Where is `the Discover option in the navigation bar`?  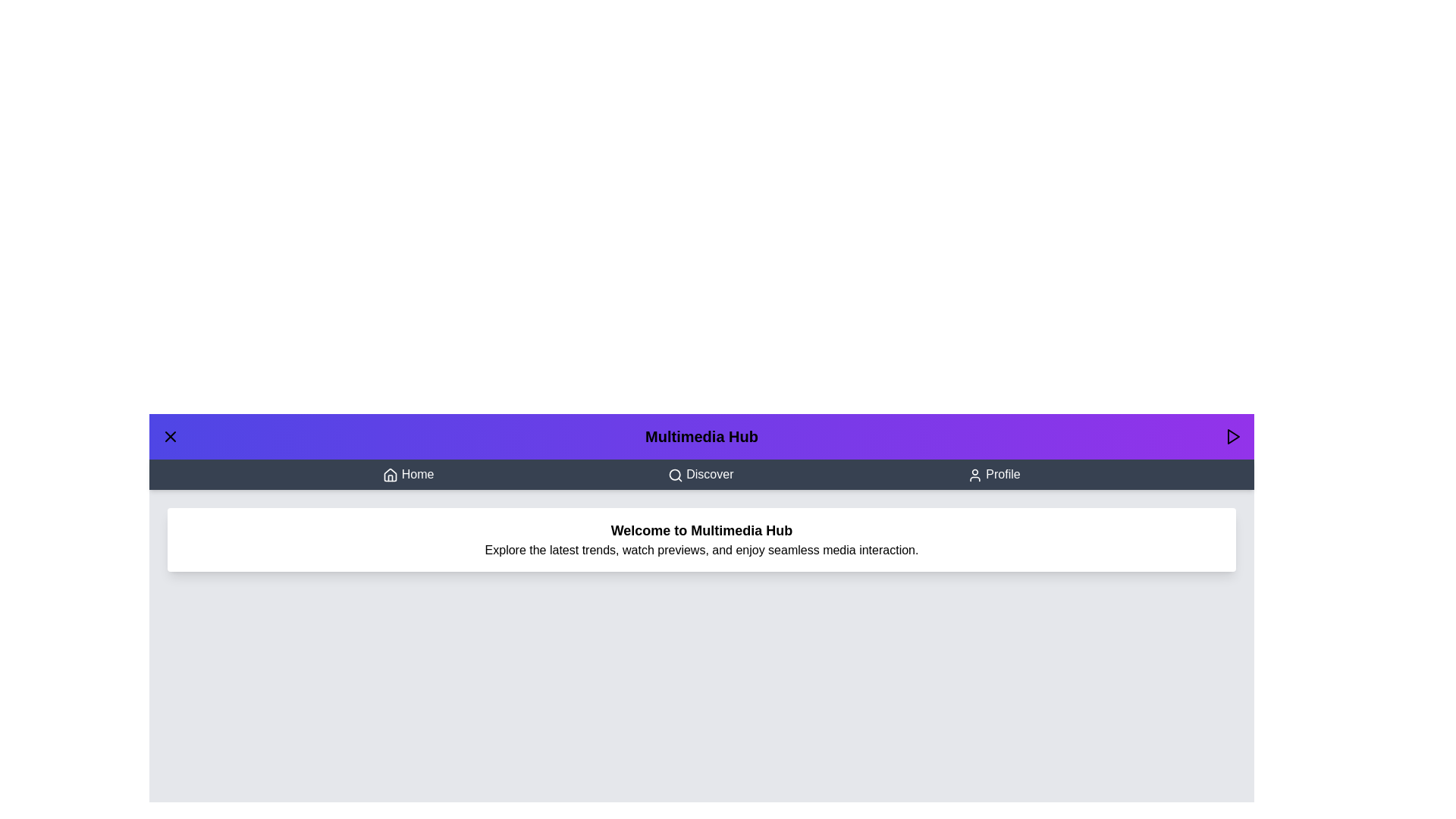
the Discover option in the navigation bar is located at coordinates (700, 473).